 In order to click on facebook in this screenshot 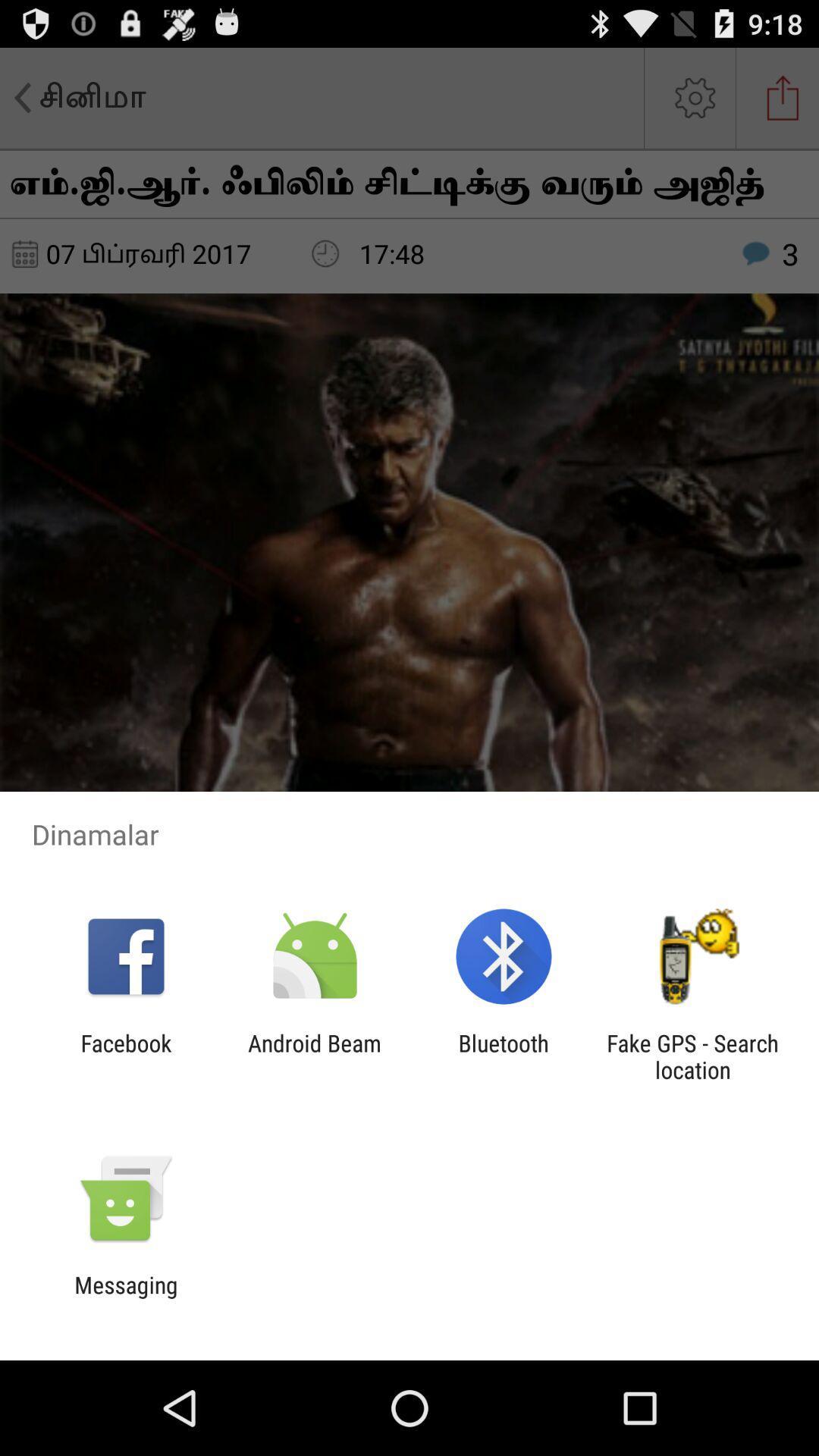, I will do `click(125, 1056)`.